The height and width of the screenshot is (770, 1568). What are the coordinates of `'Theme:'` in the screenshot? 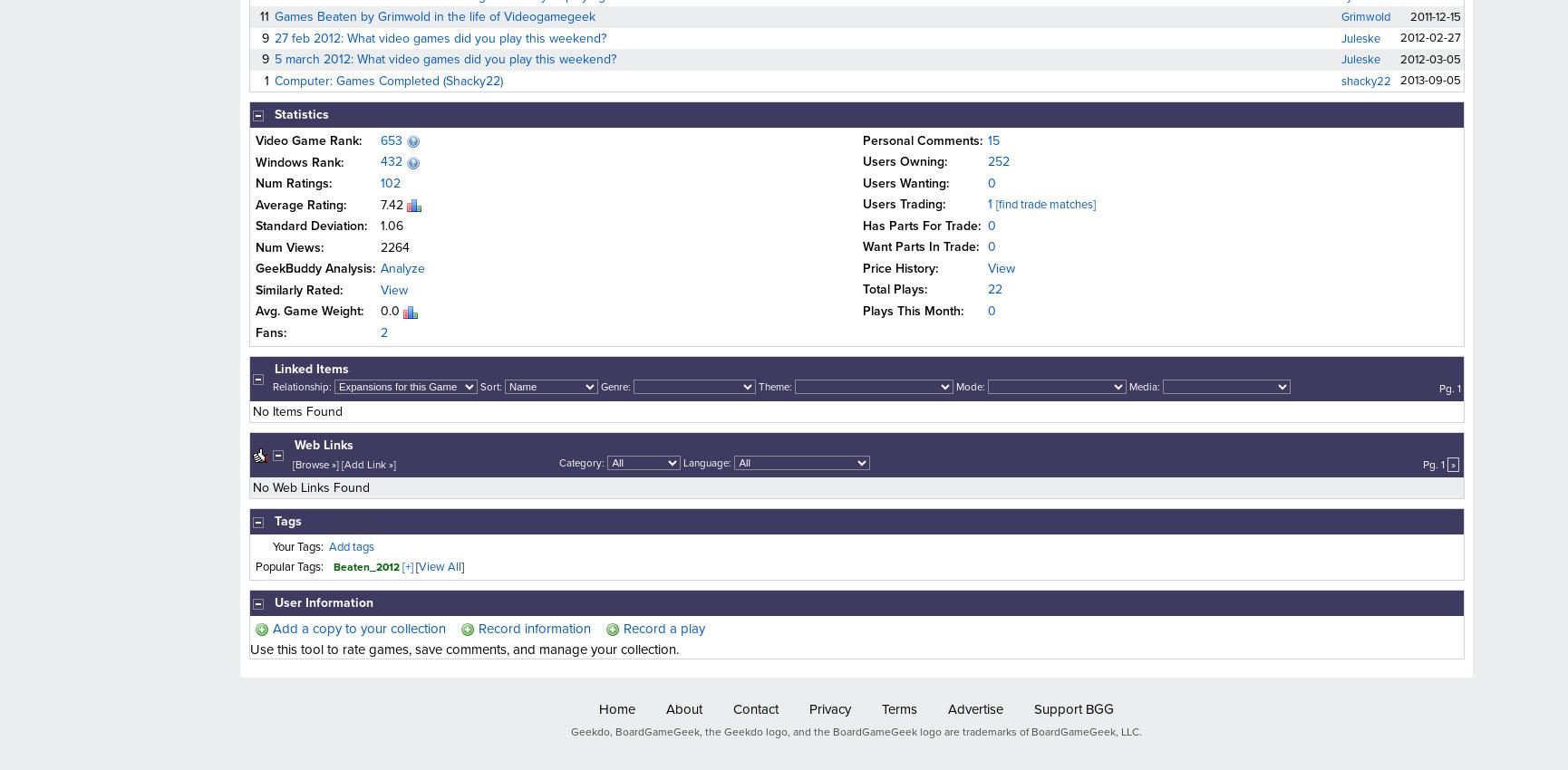 It's located at (774, 386).